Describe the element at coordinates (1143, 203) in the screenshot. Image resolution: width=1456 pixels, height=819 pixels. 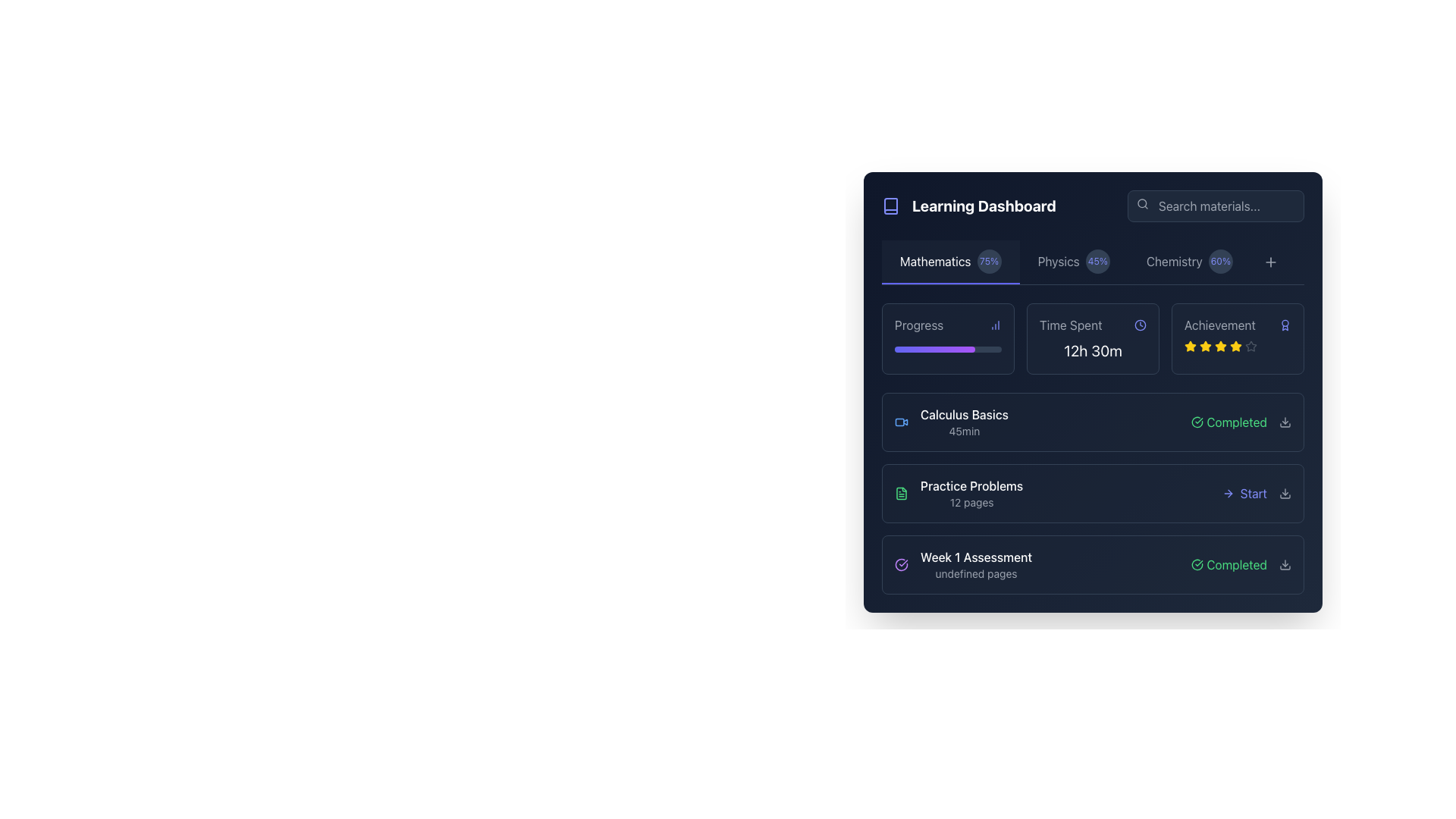
I see `the magnifying glass icon located on the left side of the search input field at the top-right corner of the interface` at that location.